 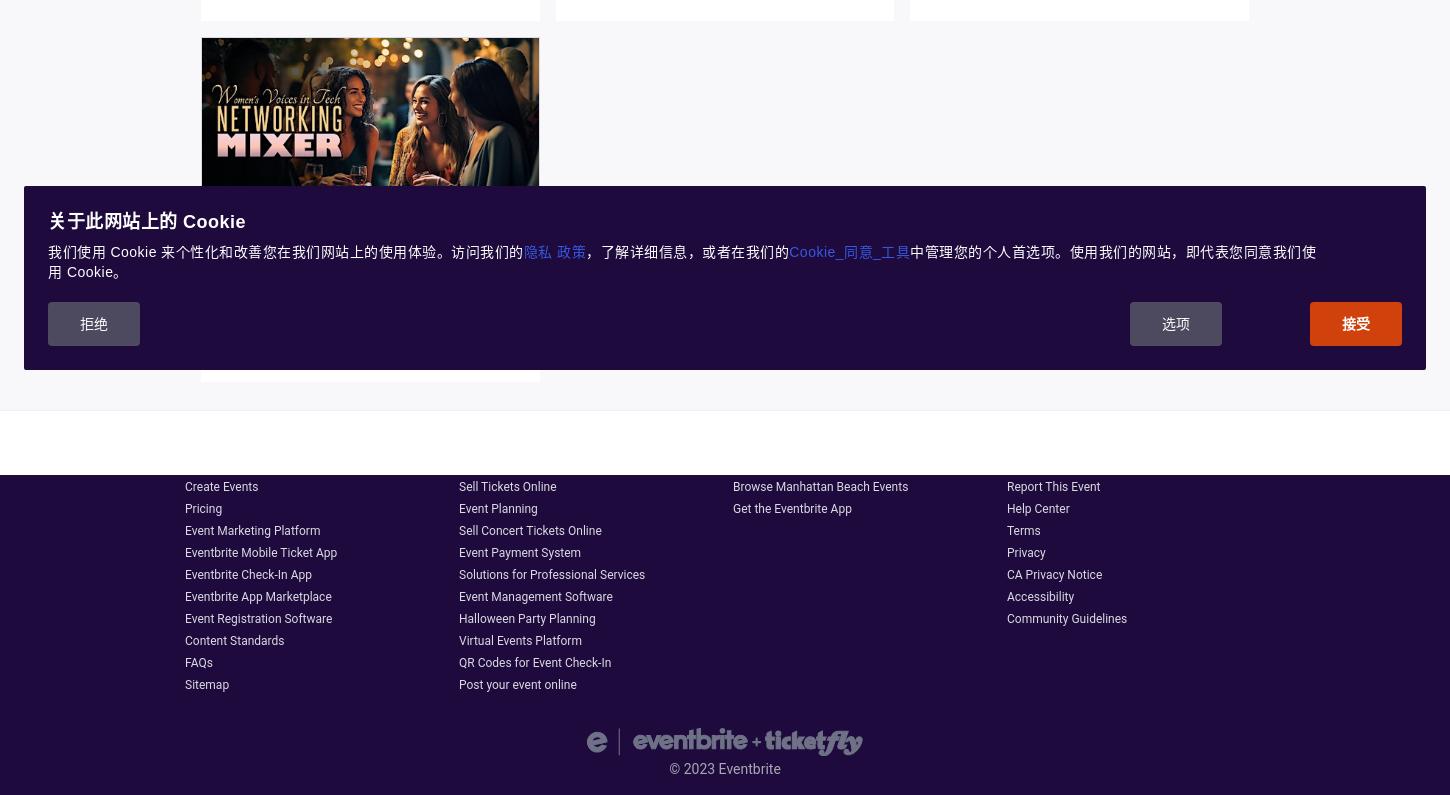 I want to click on 'Eventbrite Mobile Ticket App', so click(x=261, y=553).